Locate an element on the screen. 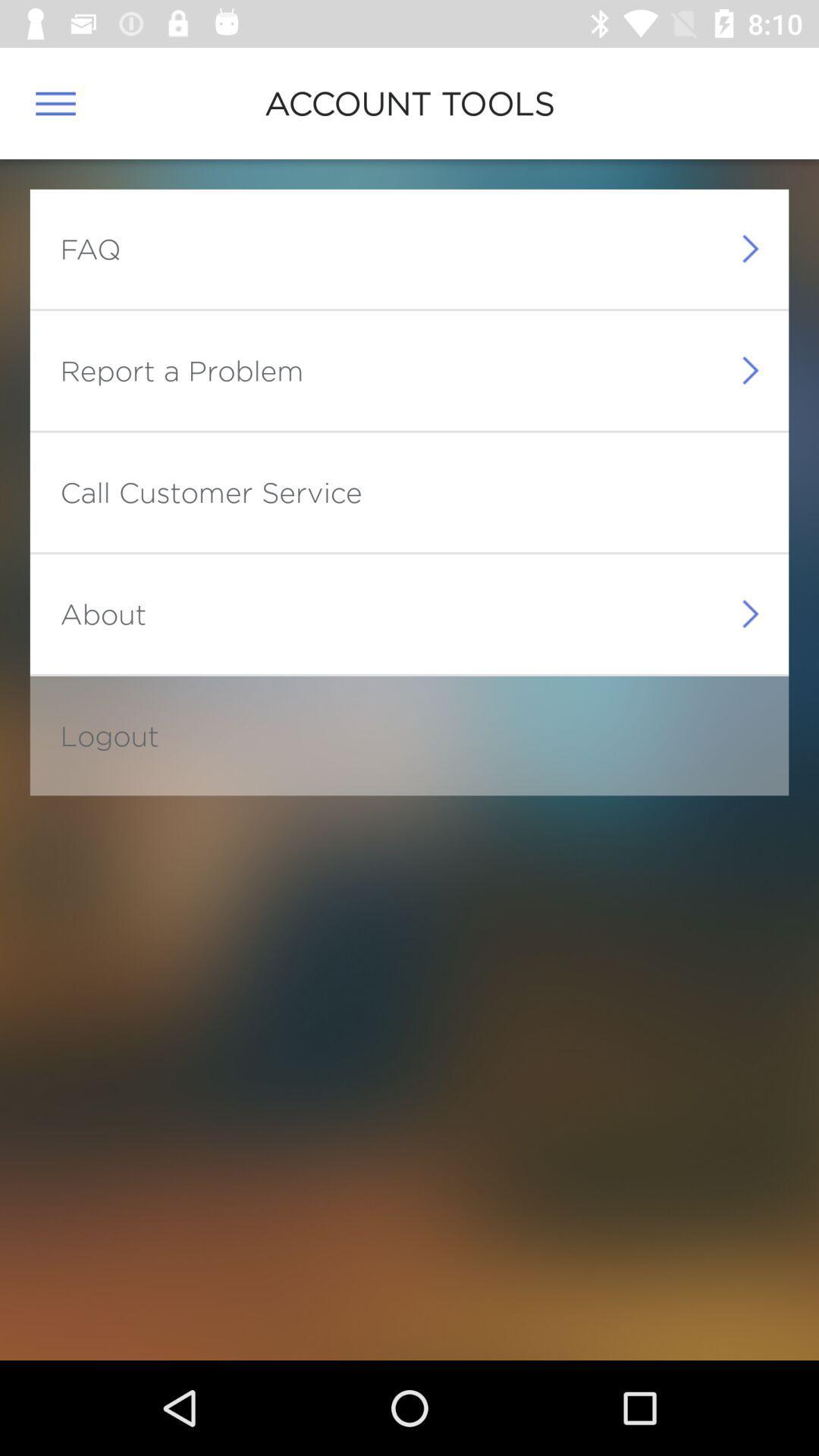  report a problem icon is located at coordinates (180, 370).